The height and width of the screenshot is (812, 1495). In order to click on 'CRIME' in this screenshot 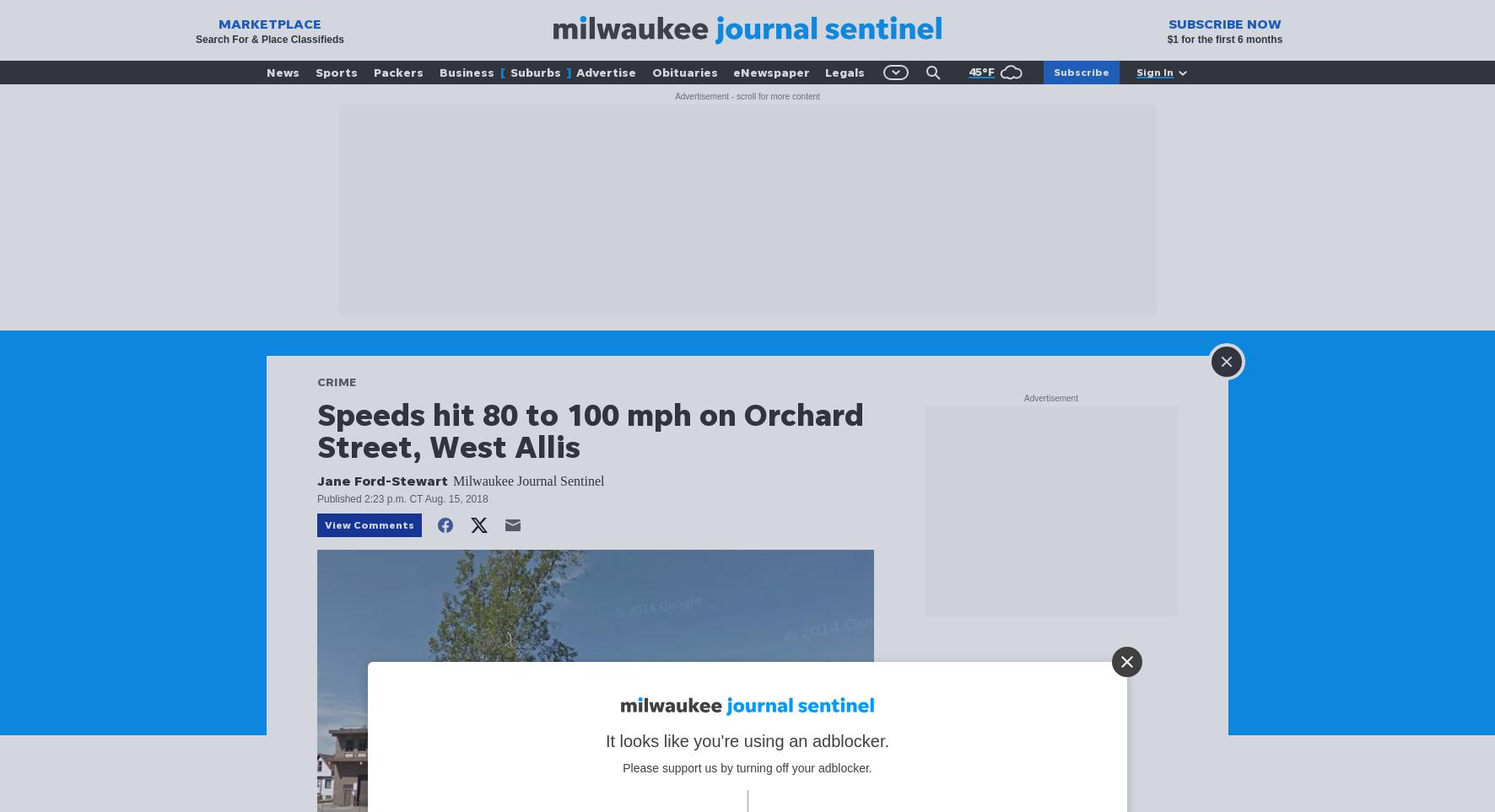, I will do `click(337, 380)`.